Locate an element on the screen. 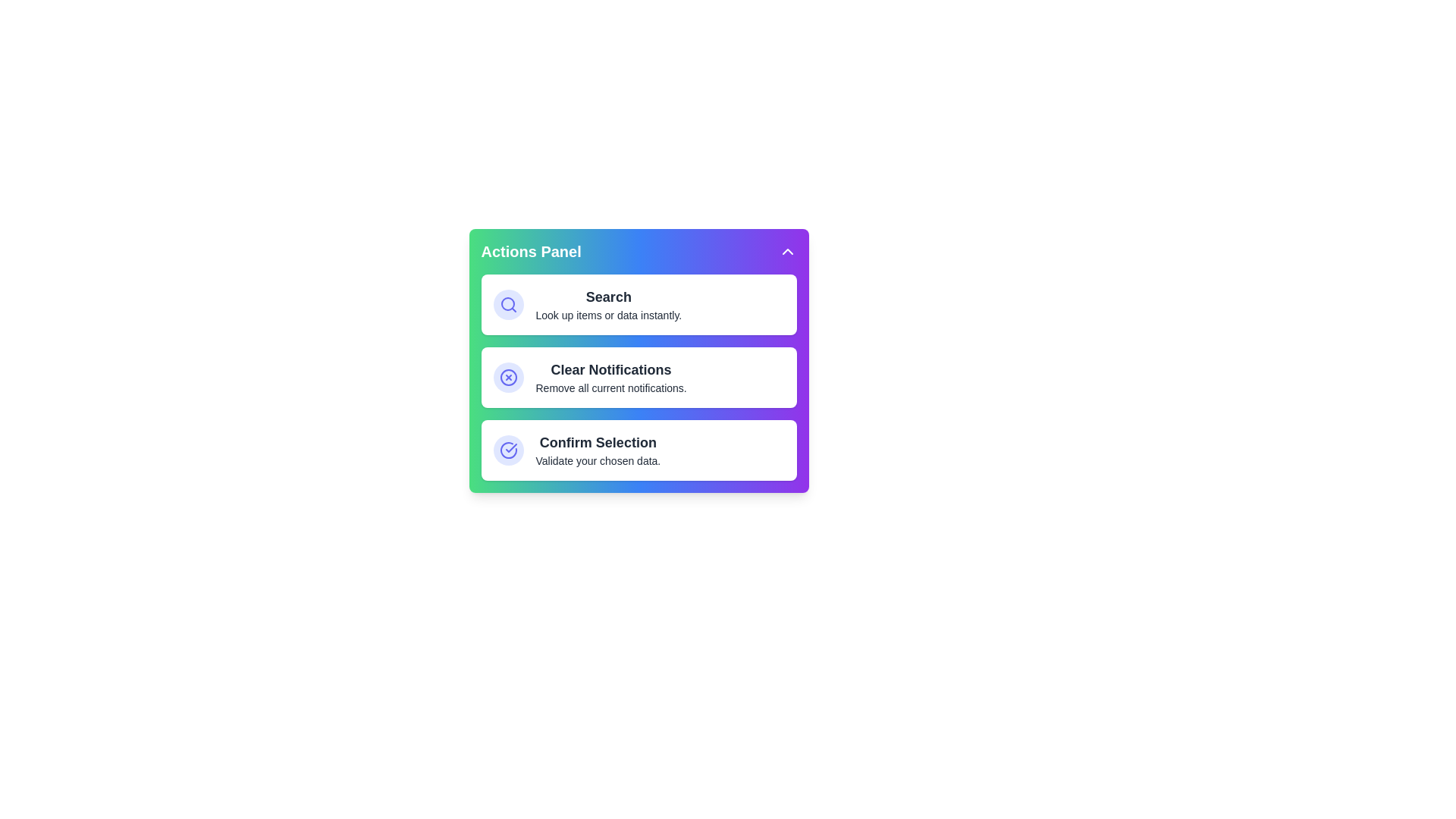  the 'Search' action item to trigger a search is located at coordinates (639, 304).